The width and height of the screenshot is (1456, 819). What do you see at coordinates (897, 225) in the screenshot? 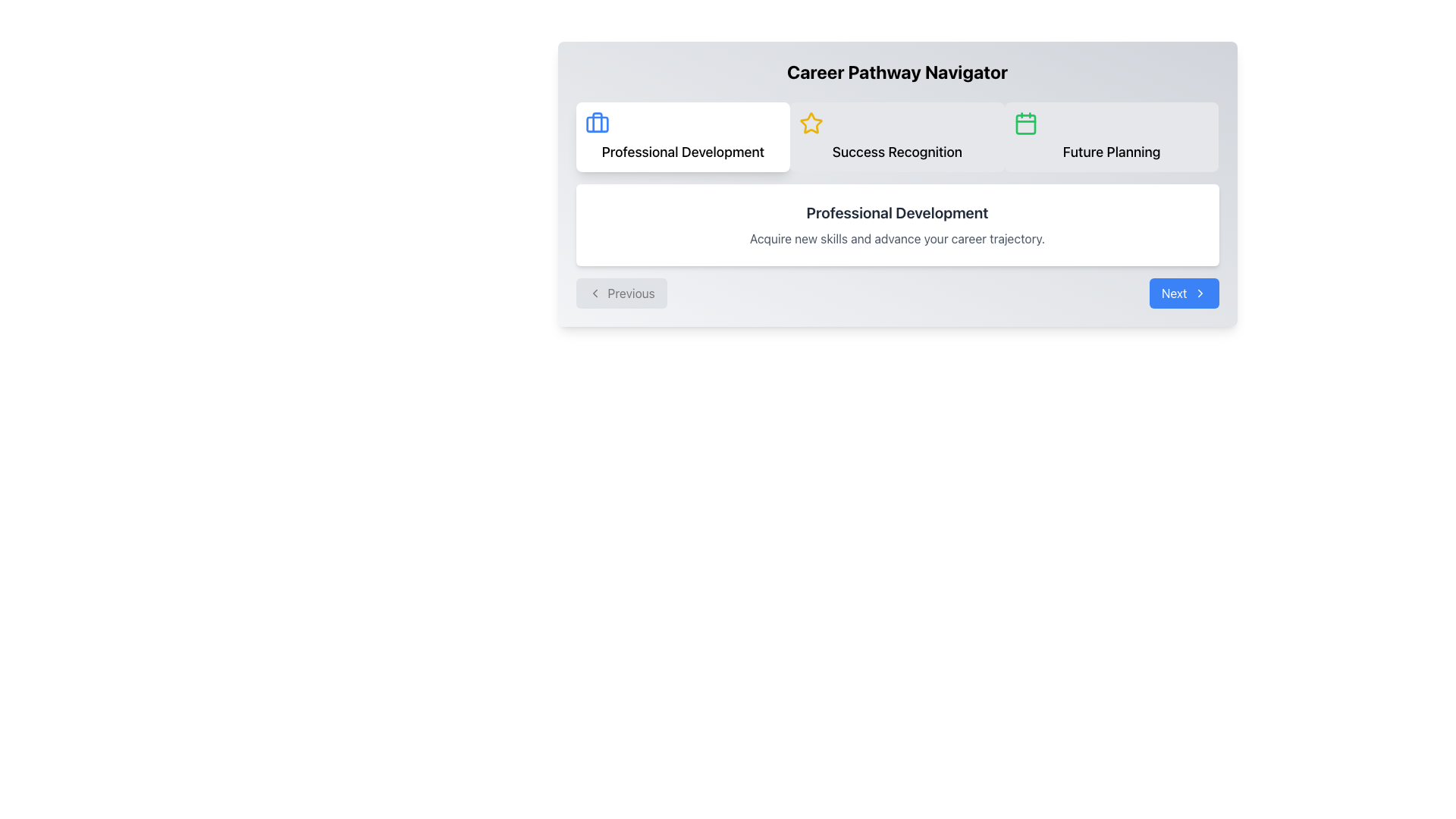
I see `the Informational Card that provides information about 'Professional Development', which is located centrally within the 'Career Pathway Navigator' section below the options 'Professional Development', 'Success Recognition', and 'Future Planning'` at bounding box center [897, 225].